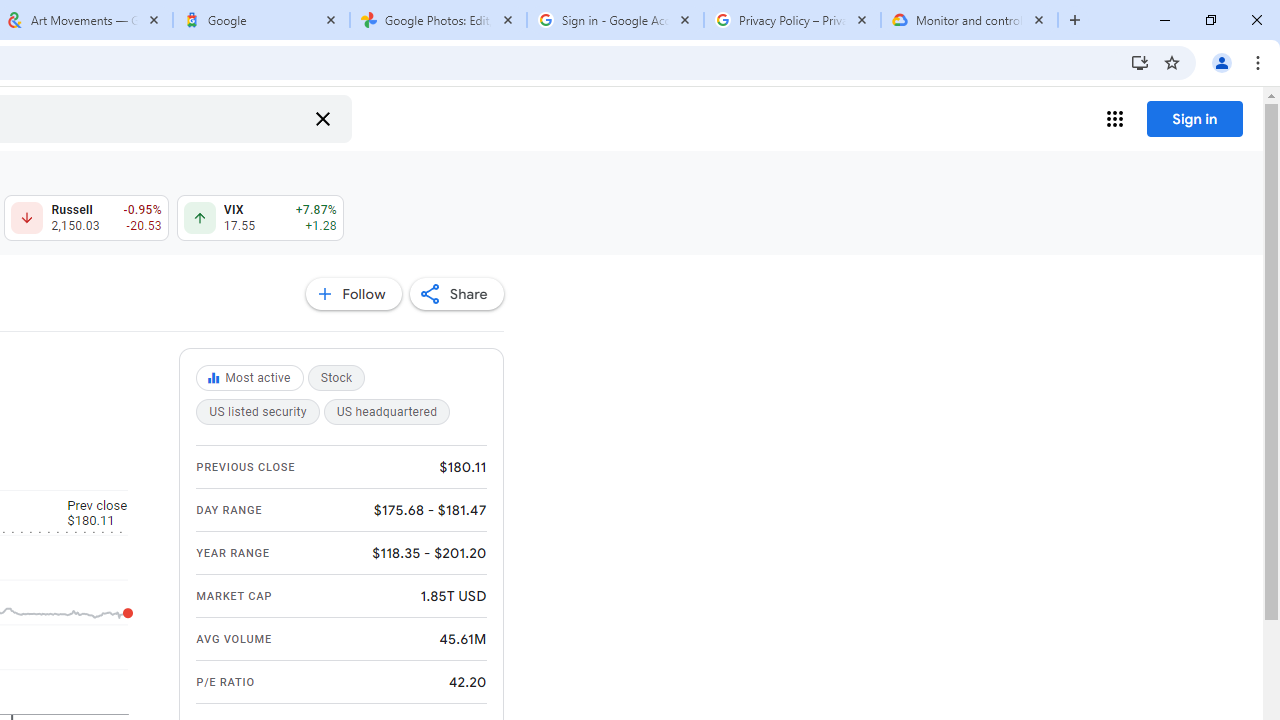 The width and height of the screenshot is (1280, 720). What do you see at coordinates (614, 20) in the screenshot?
I see `'Sign in - Google Accounts'` at bounding box center [614, 20].